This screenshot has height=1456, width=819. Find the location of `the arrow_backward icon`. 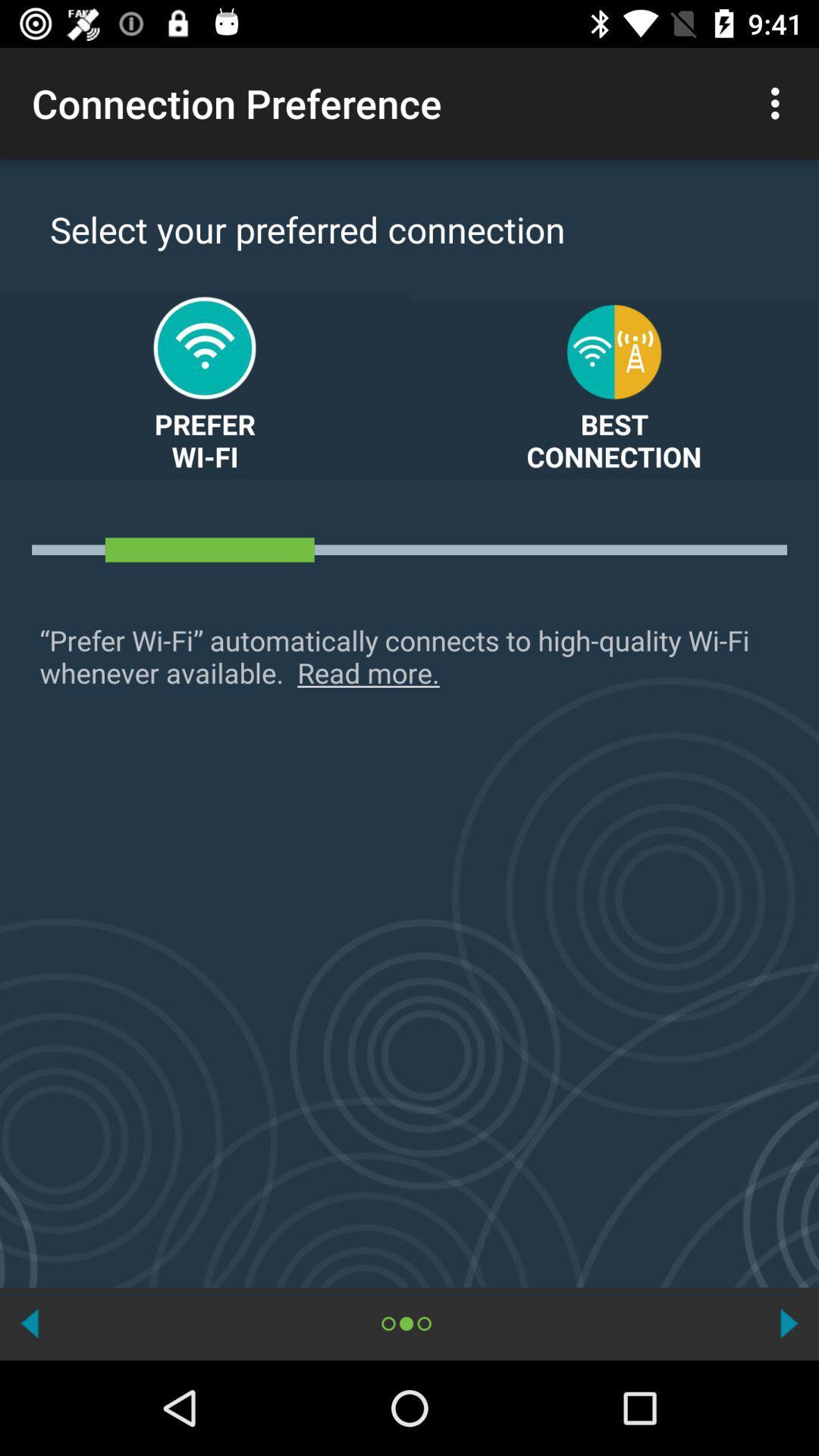

the arrow_backward icon is located at coordinates (30, 1323).